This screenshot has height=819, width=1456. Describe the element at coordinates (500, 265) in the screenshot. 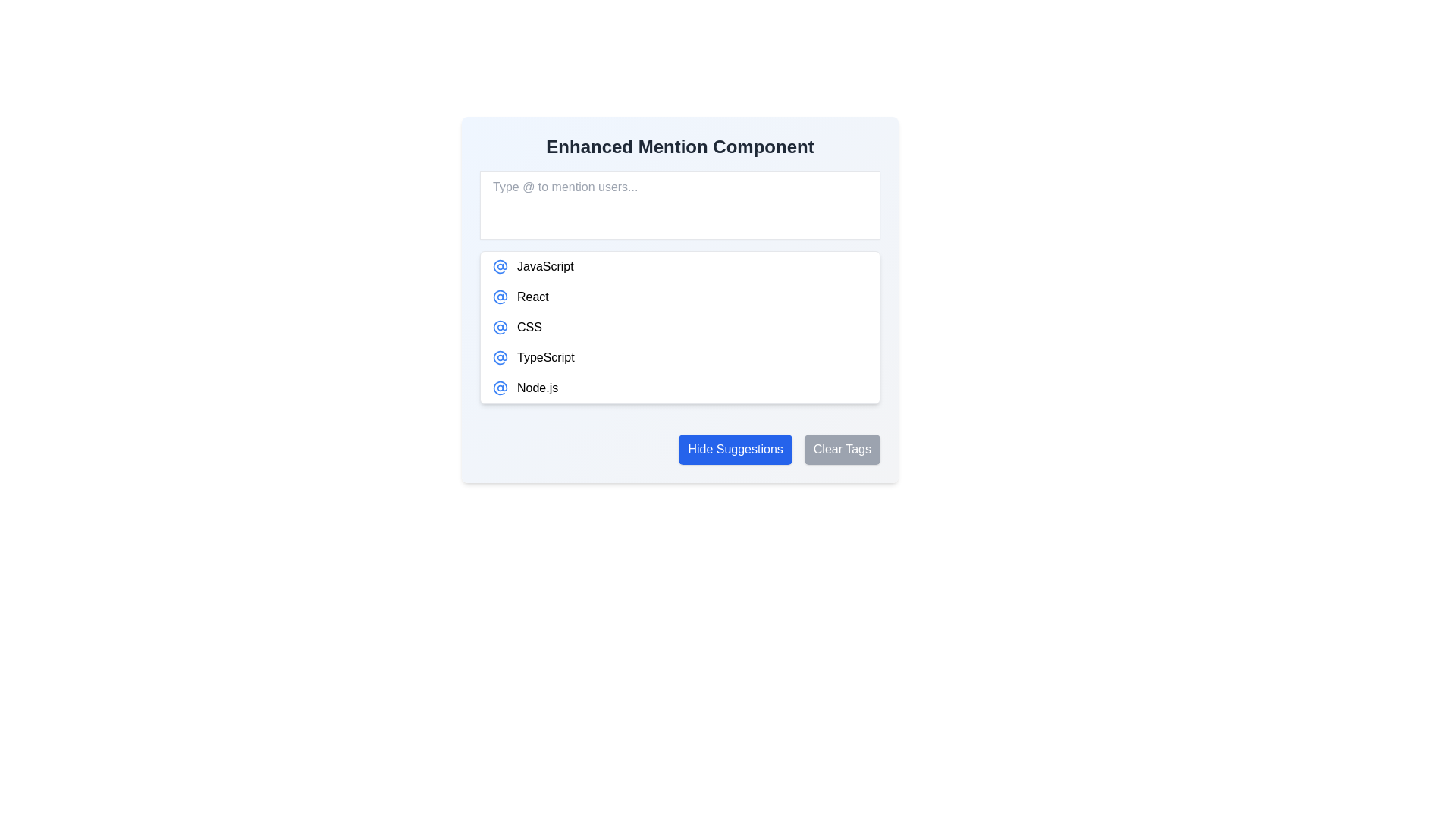

I see `the circular '@' icon in blue that is positioned to the left of the 'JavaScript' text label` at that location.